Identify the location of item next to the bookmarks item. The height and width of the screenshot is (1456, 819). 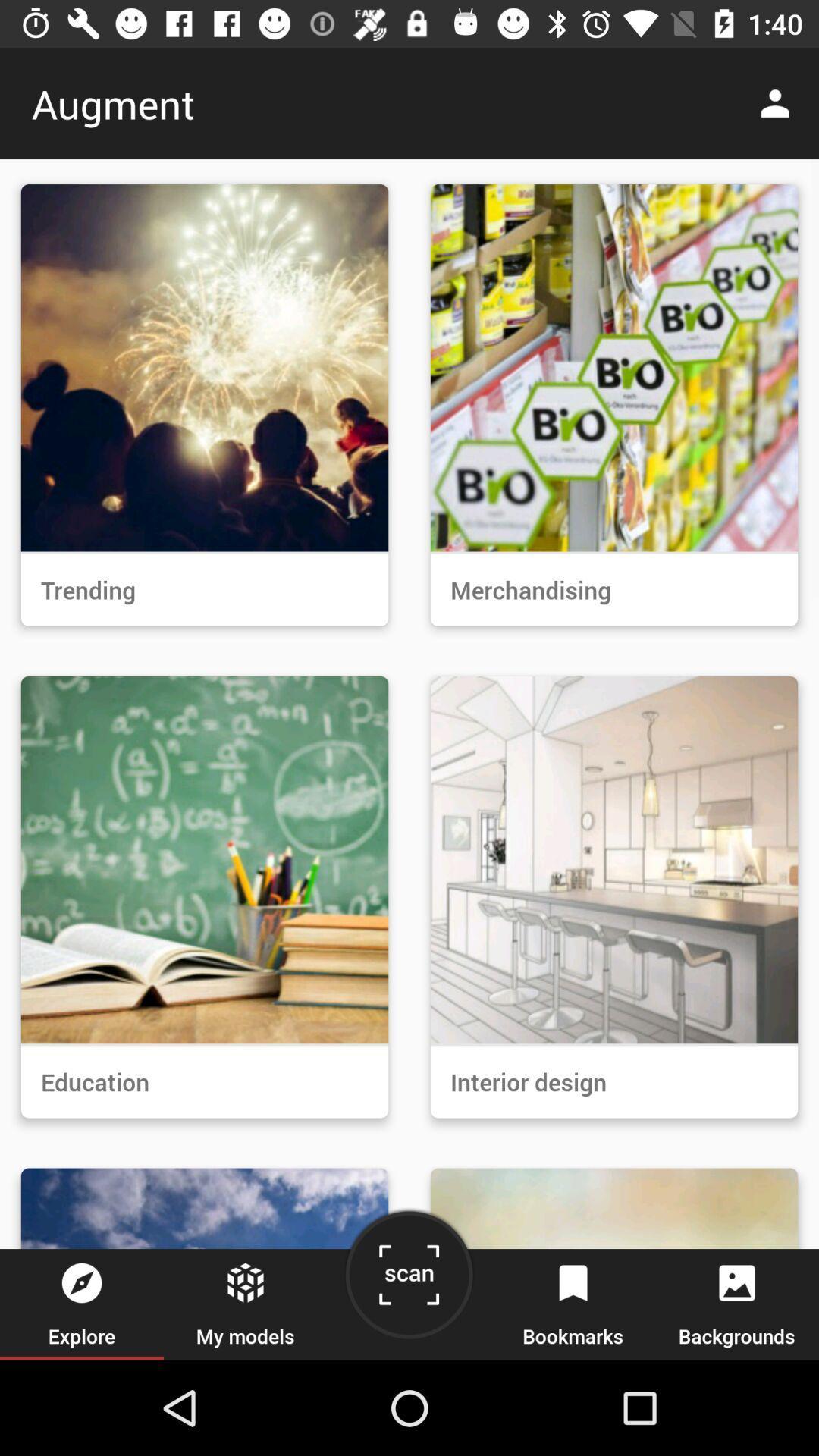
(408, 1280).